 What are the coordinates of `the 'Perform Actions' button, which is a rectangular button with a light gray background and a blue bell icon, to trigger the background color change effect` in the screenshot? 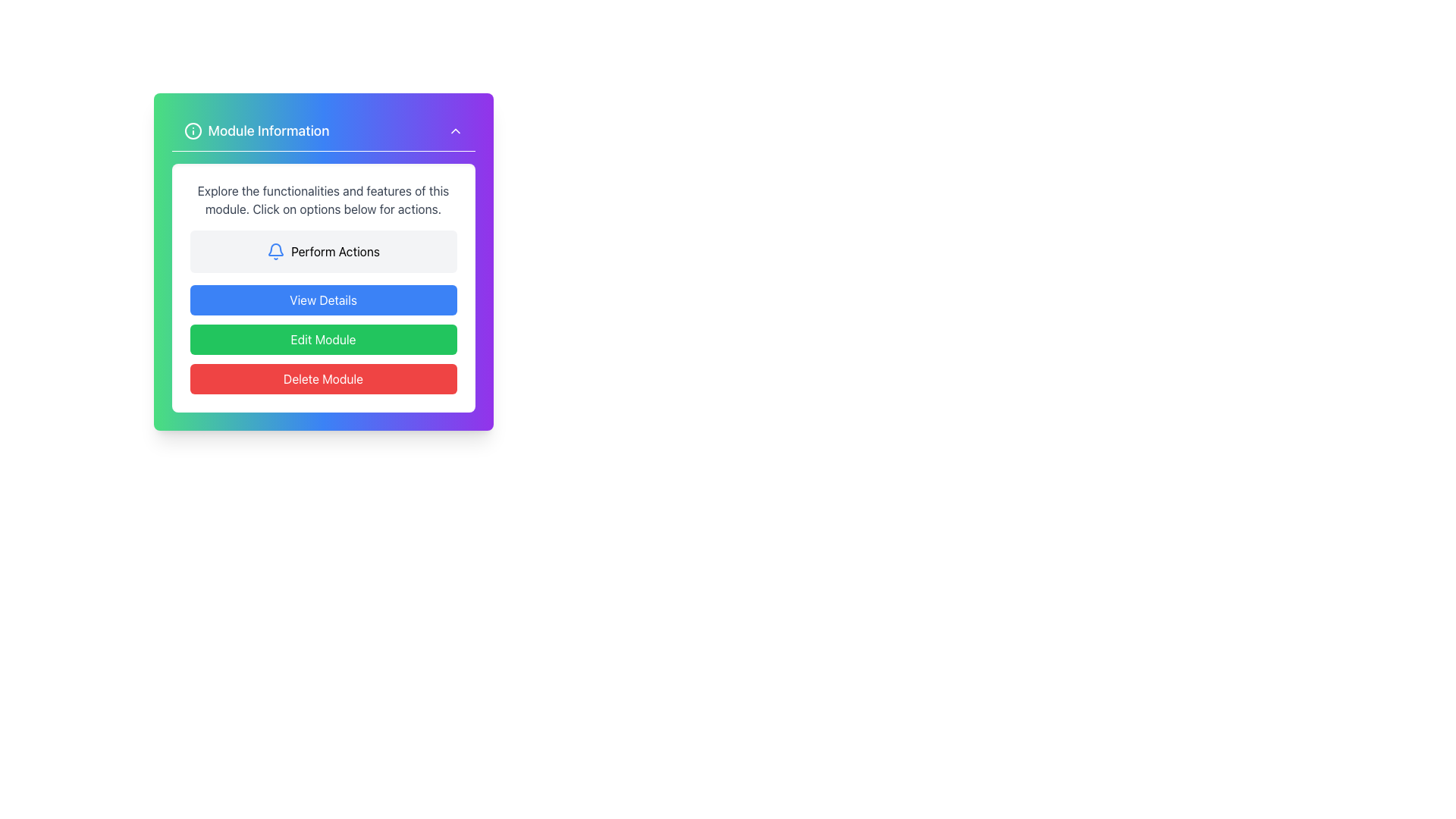 It's located at (322, 250).